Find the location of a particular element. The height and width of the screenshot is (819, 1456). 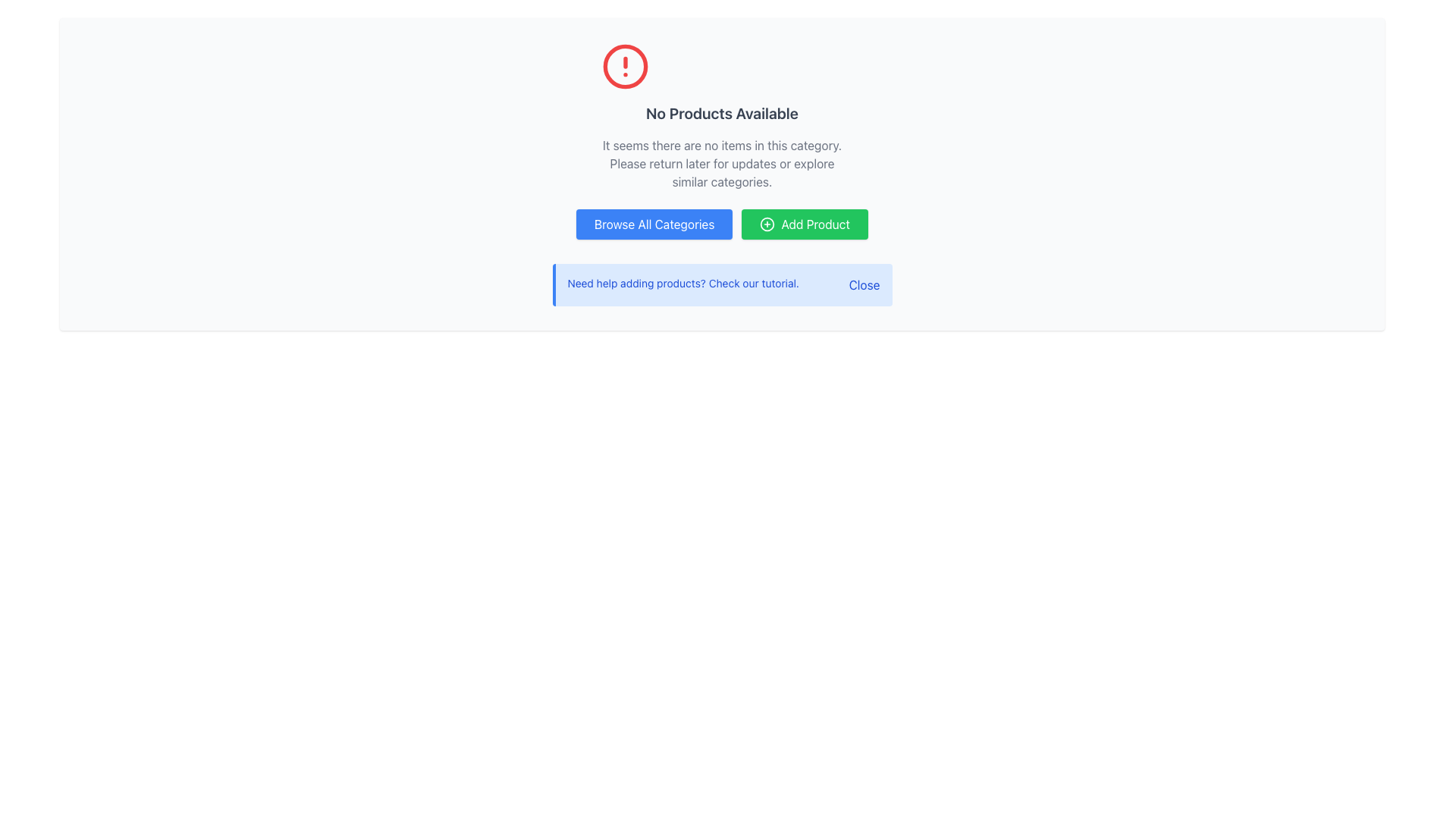

the Notification Panel that displays a message indicating 'No Products Available', which is centrally placed in the notification area above the buttons 'Browse All Categories' and 'Add Product' is located at coordinates (721, 116).